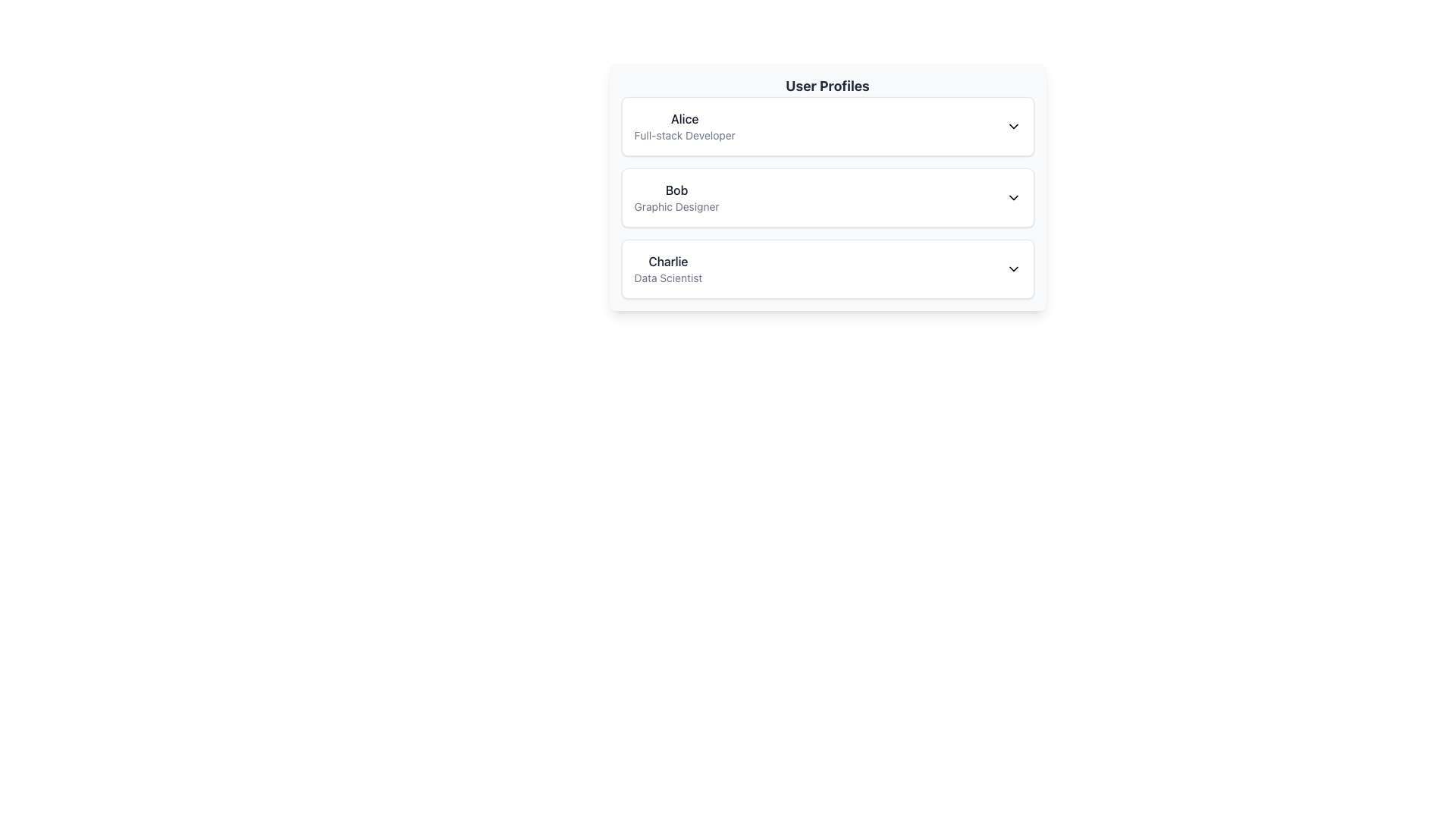 The height and width of the screenshot is (819, 1456). What do you see at coordinates (684, 118) in the screenshot?
I see `the text label displaying 'Alice' in bold font, positioned prominently at the top of a user profile entry` at bounding box center [684, 118].